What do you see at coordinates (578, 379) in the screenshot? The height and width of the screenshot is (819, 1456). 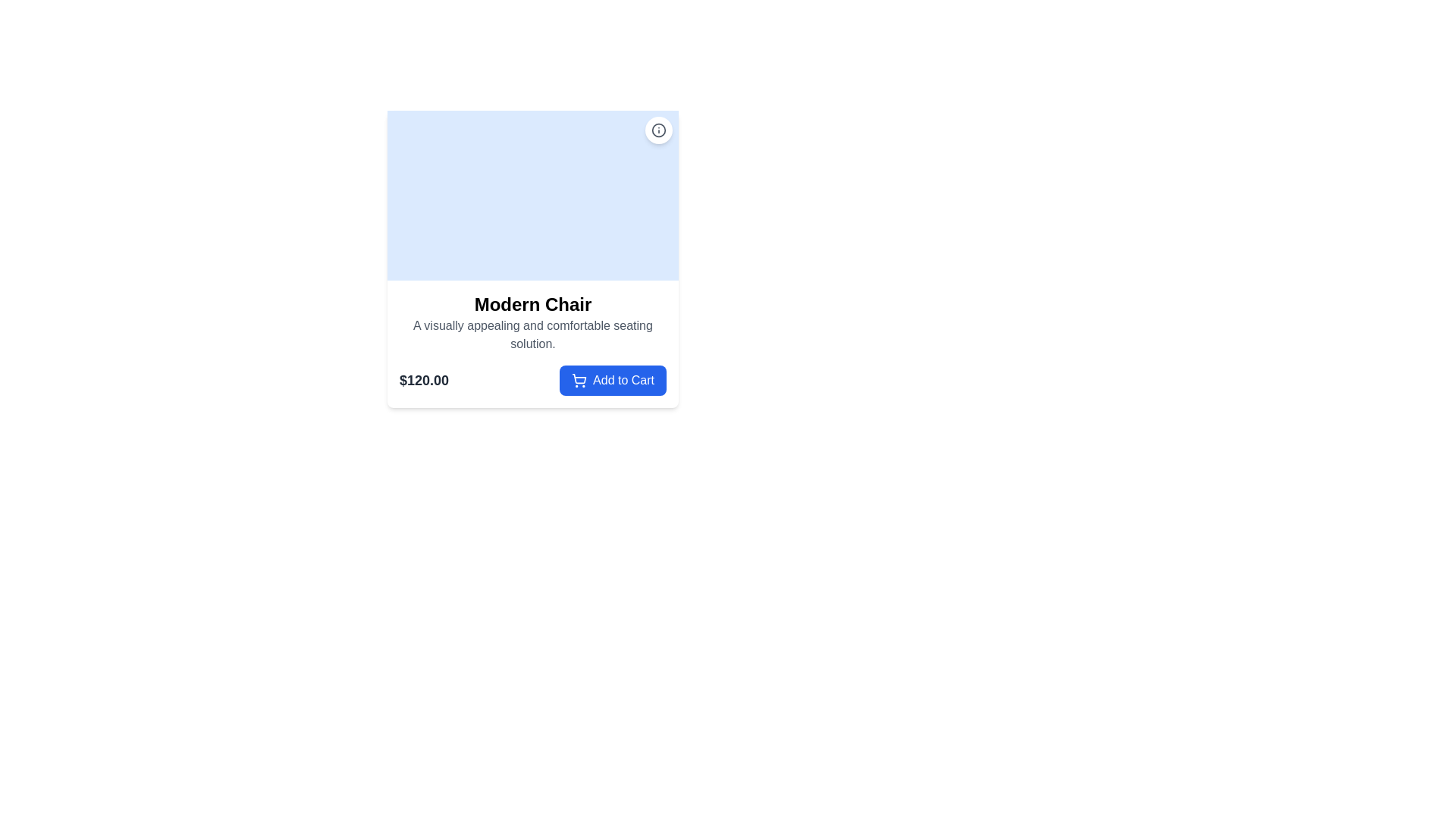 I see `the appearance of the shopping cart icon, which is the leftmost component of the 'Add to Cart' button located at the bottom-right corner of the product card` at bounding box center [578, 379].